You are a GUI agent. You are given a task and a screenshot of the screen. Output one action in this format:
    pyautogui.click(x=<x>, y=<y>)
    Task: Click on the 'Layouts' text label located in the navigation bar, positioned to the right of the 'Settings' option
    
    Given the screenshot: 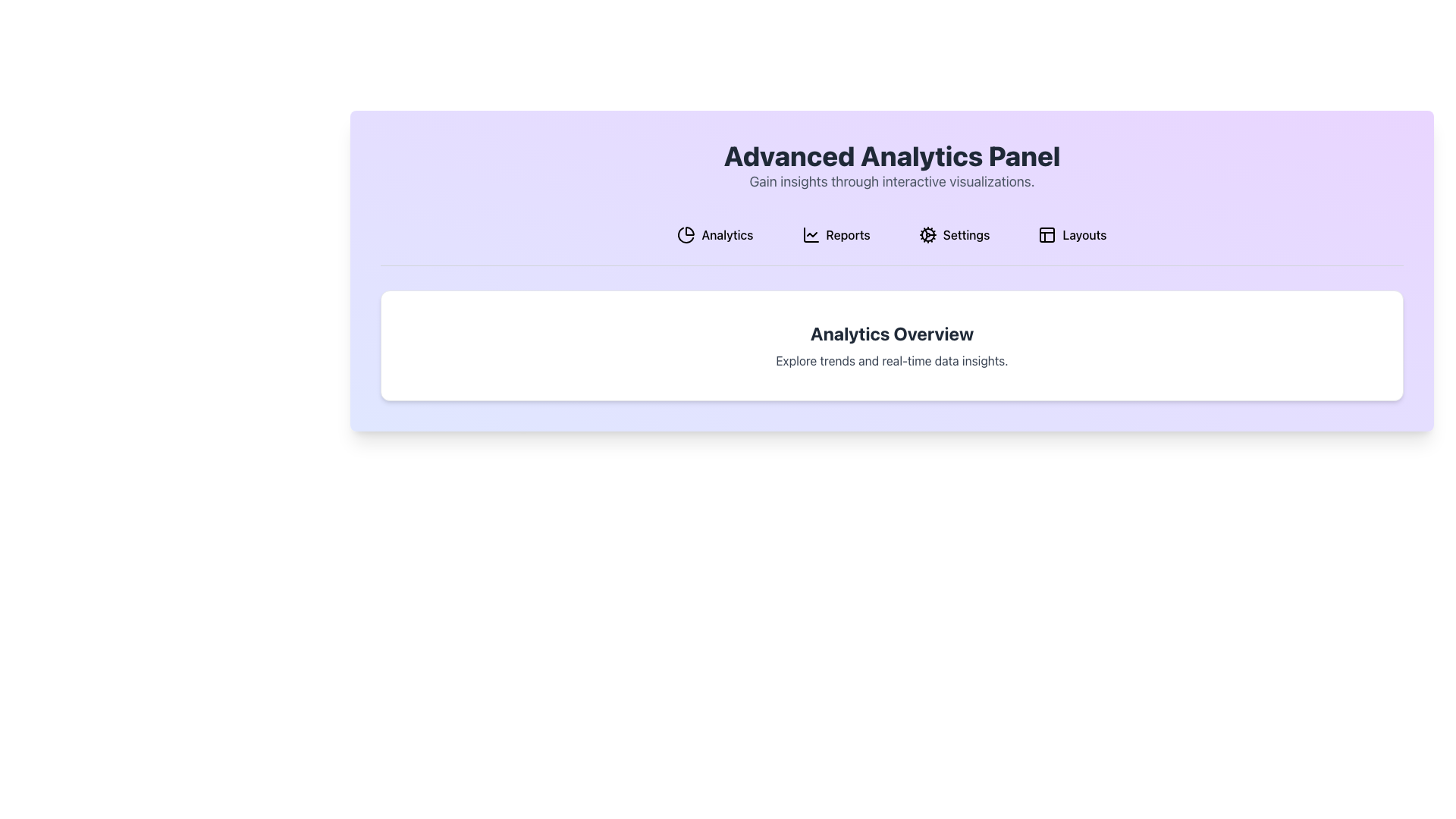 What is the action you would take?
    pyautogui.click(x=1084, y=234)
    